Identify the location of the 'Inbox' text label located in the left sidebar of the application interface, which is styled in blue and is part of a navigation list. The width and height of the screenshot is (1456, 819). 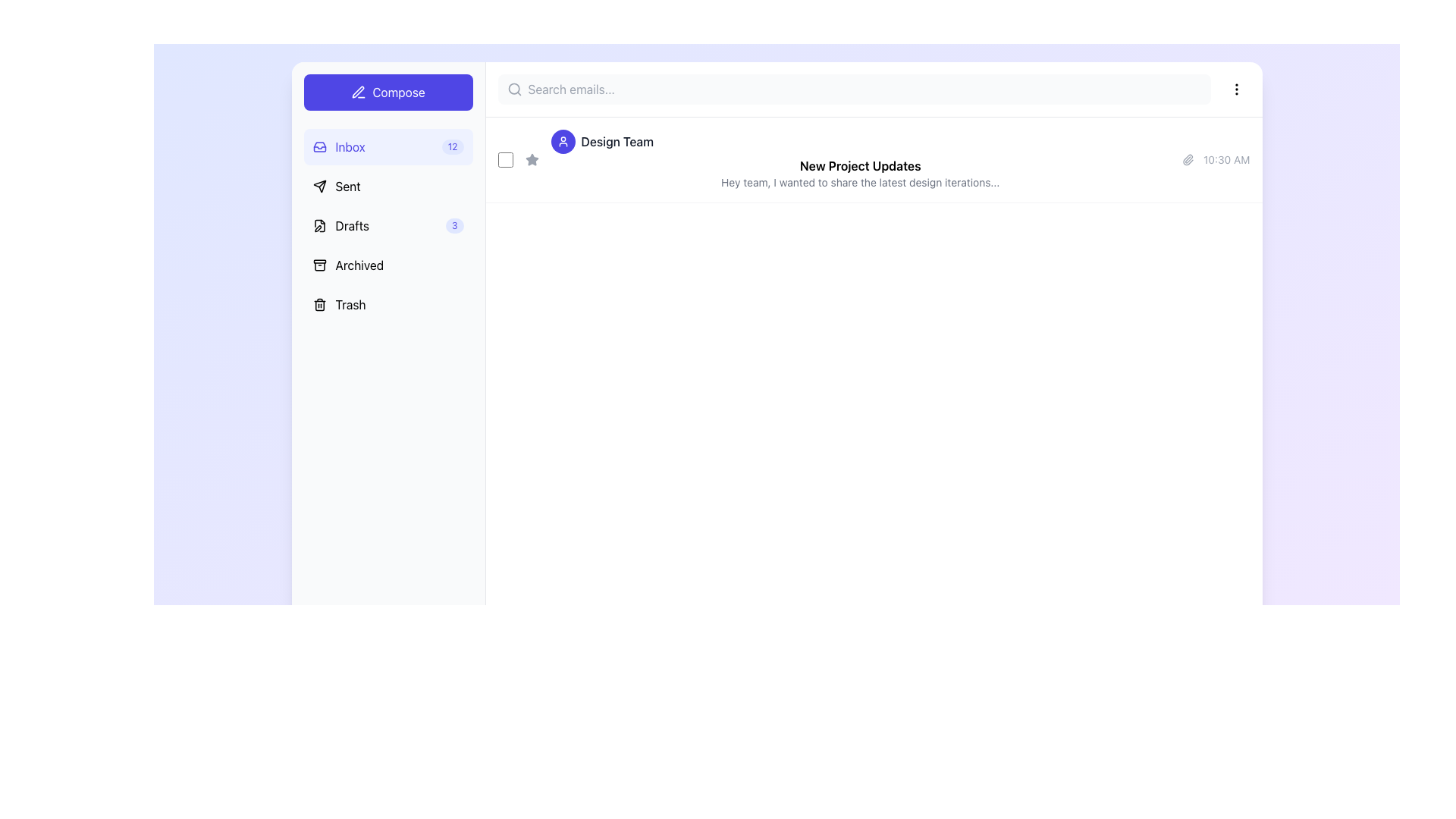
(338, 146).